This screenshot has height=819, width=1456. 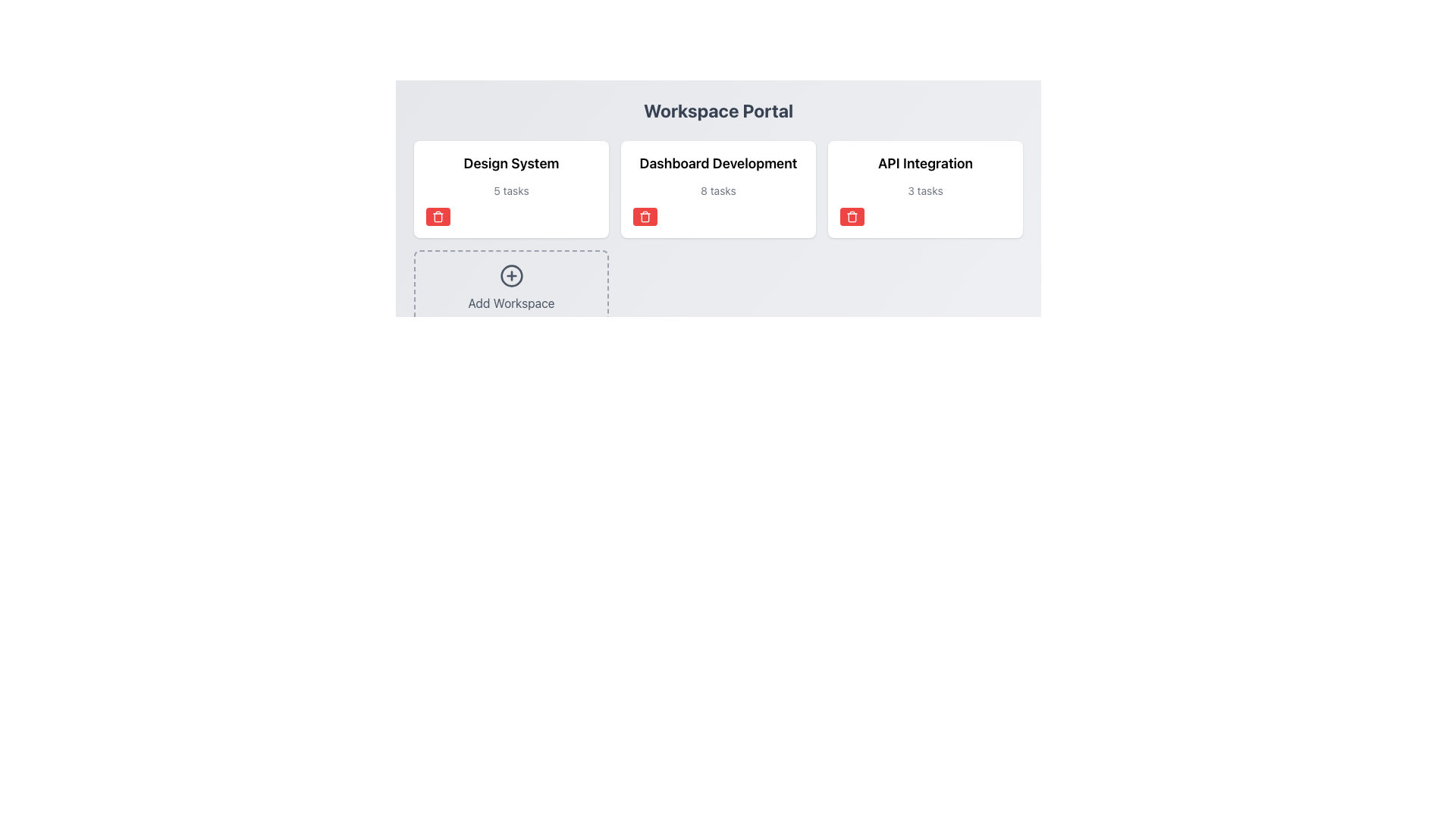 What do you see at coordinates (924, 189) in the screenshot?
I see `the Group panel representing the 'API Integration' task group, which provides a summary of tasks and includes a trash icon for deletion` at bounding box center [924, 189].